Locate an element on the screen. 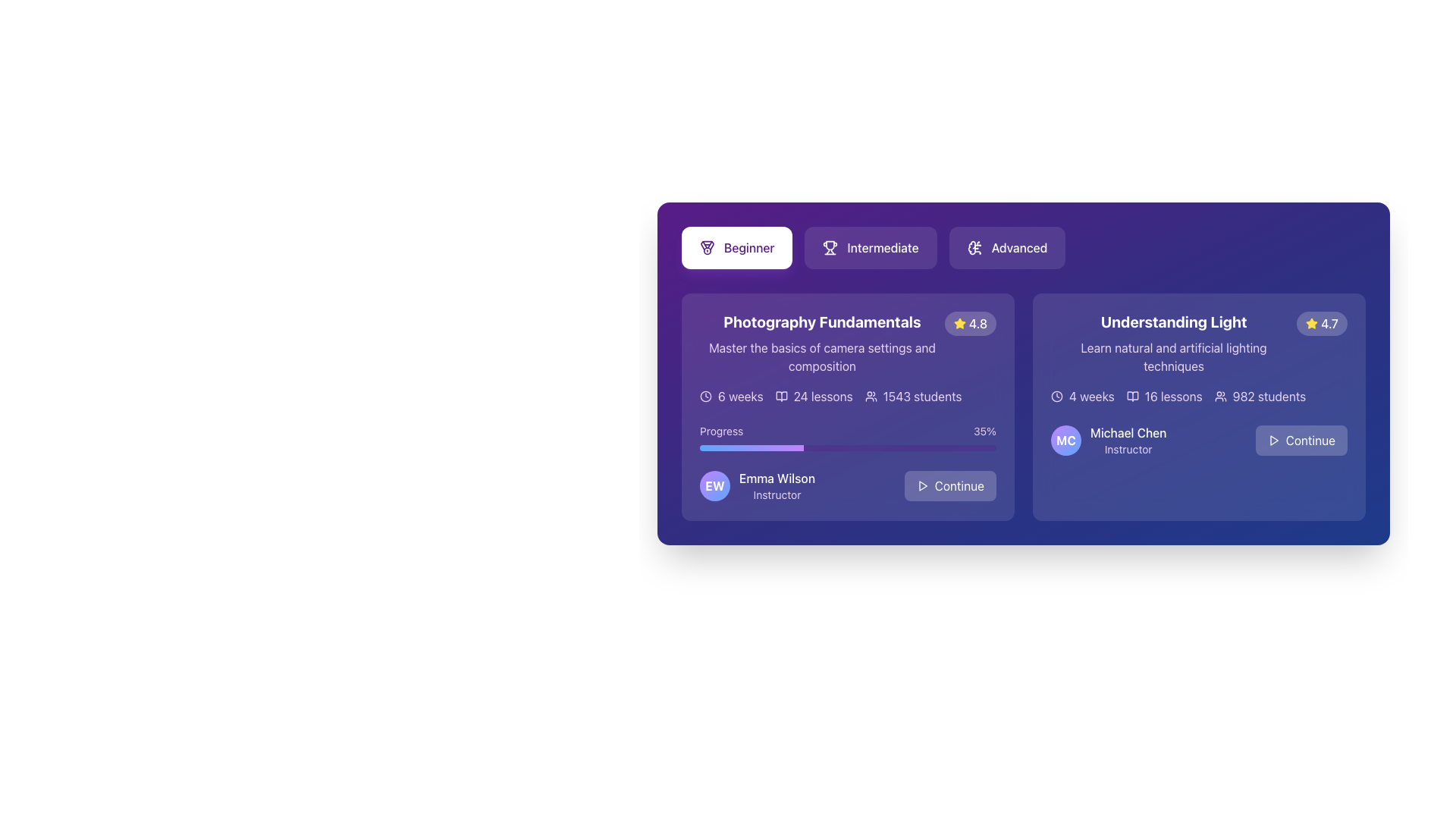  text label that displays 'Instructor' in light purple color, positioned below 'Emma Wilson' in the Photography Fundamentals card is located at coordinates (777, 494).